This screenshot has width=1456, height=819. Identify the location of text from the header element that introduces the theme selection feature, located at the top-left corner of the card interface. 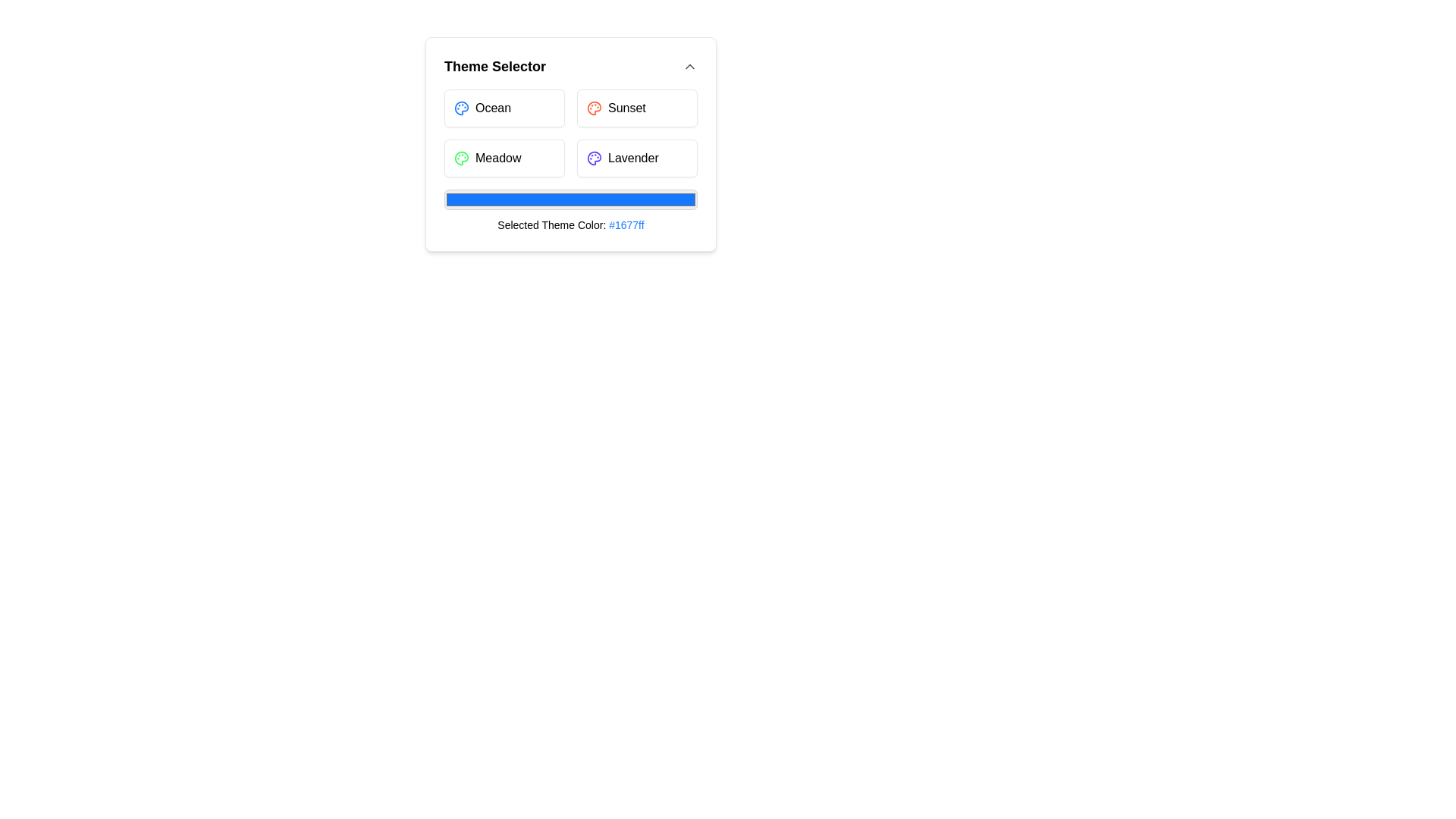
(494, 66).